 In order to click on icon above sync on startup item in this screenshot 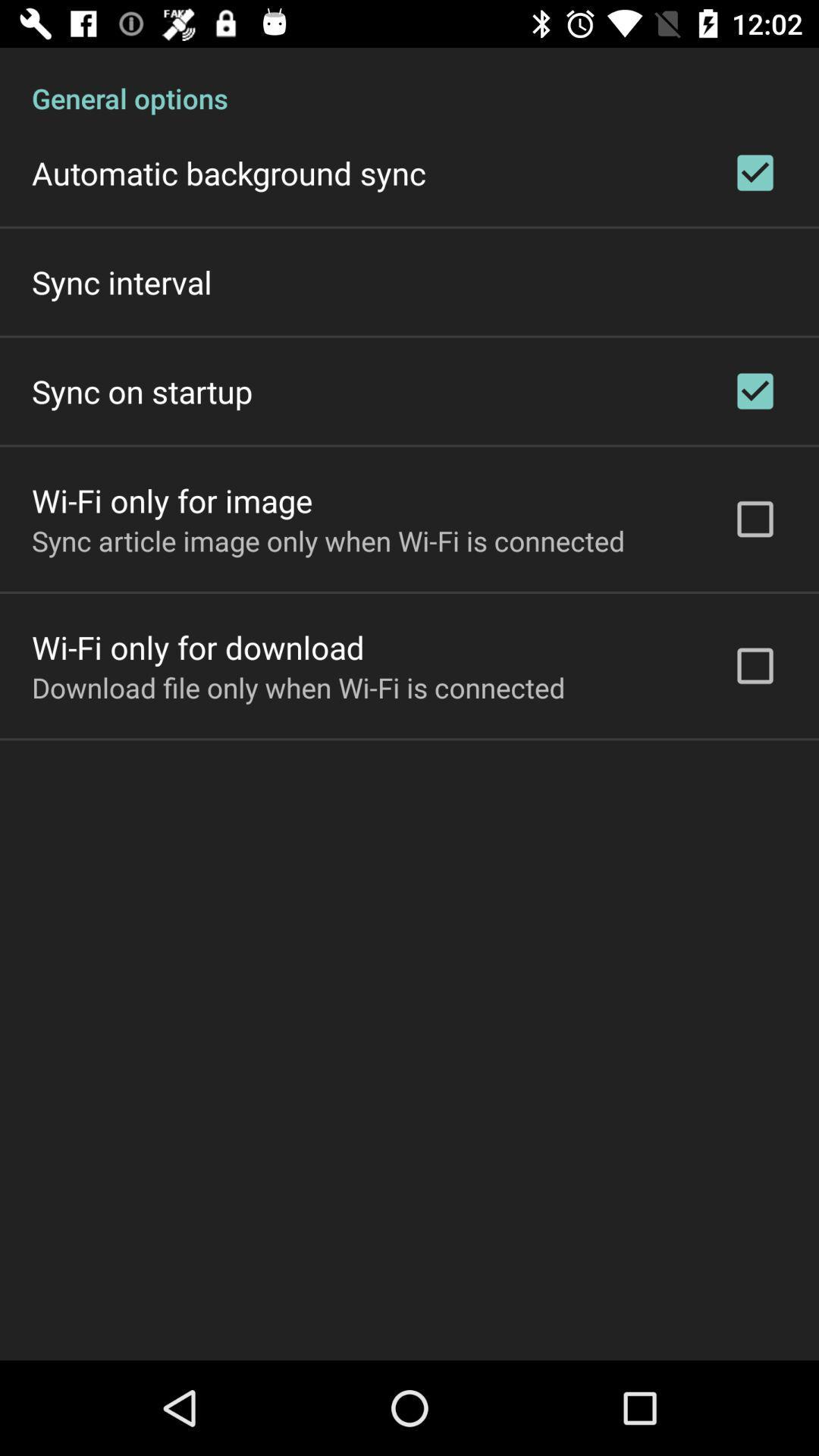, I will do `click(121, 282)`.